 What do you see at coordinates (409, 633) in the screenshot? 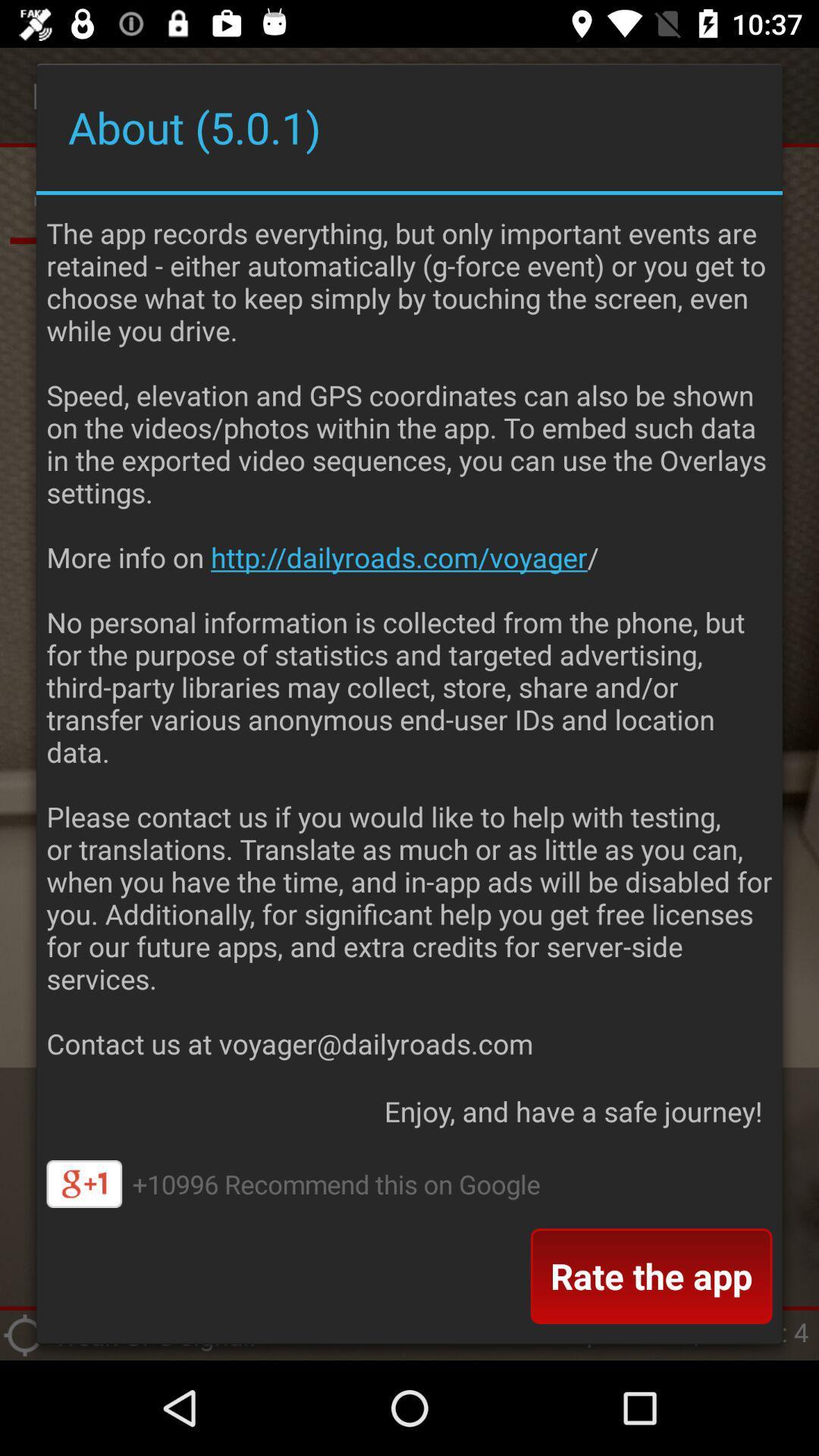
I see `dailyroads voyager allows item` at bounding box center [409, 633].